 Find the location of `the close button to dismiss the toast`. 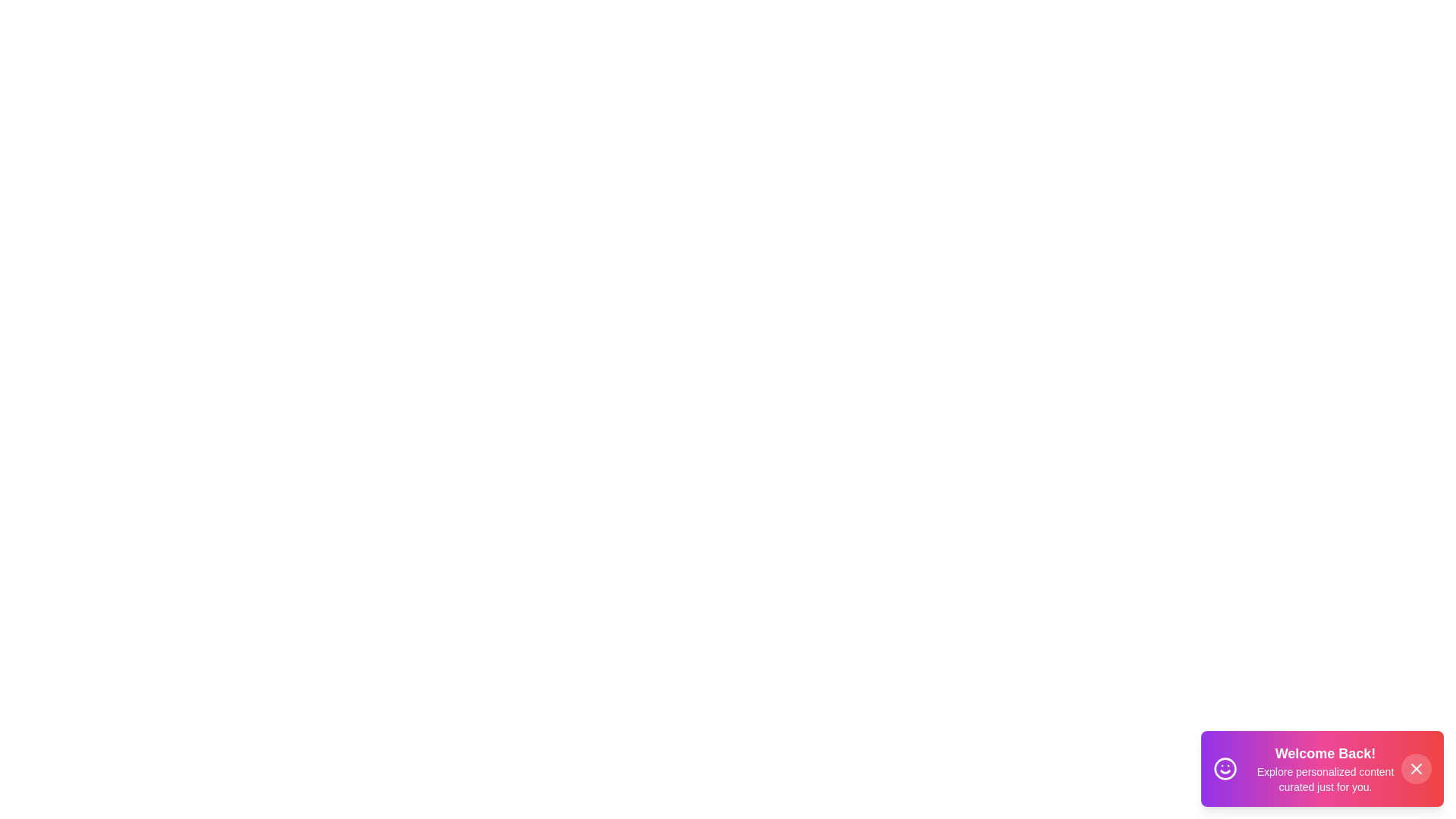

the close button to dismiss the toast is located at coordinates (1415, 769).